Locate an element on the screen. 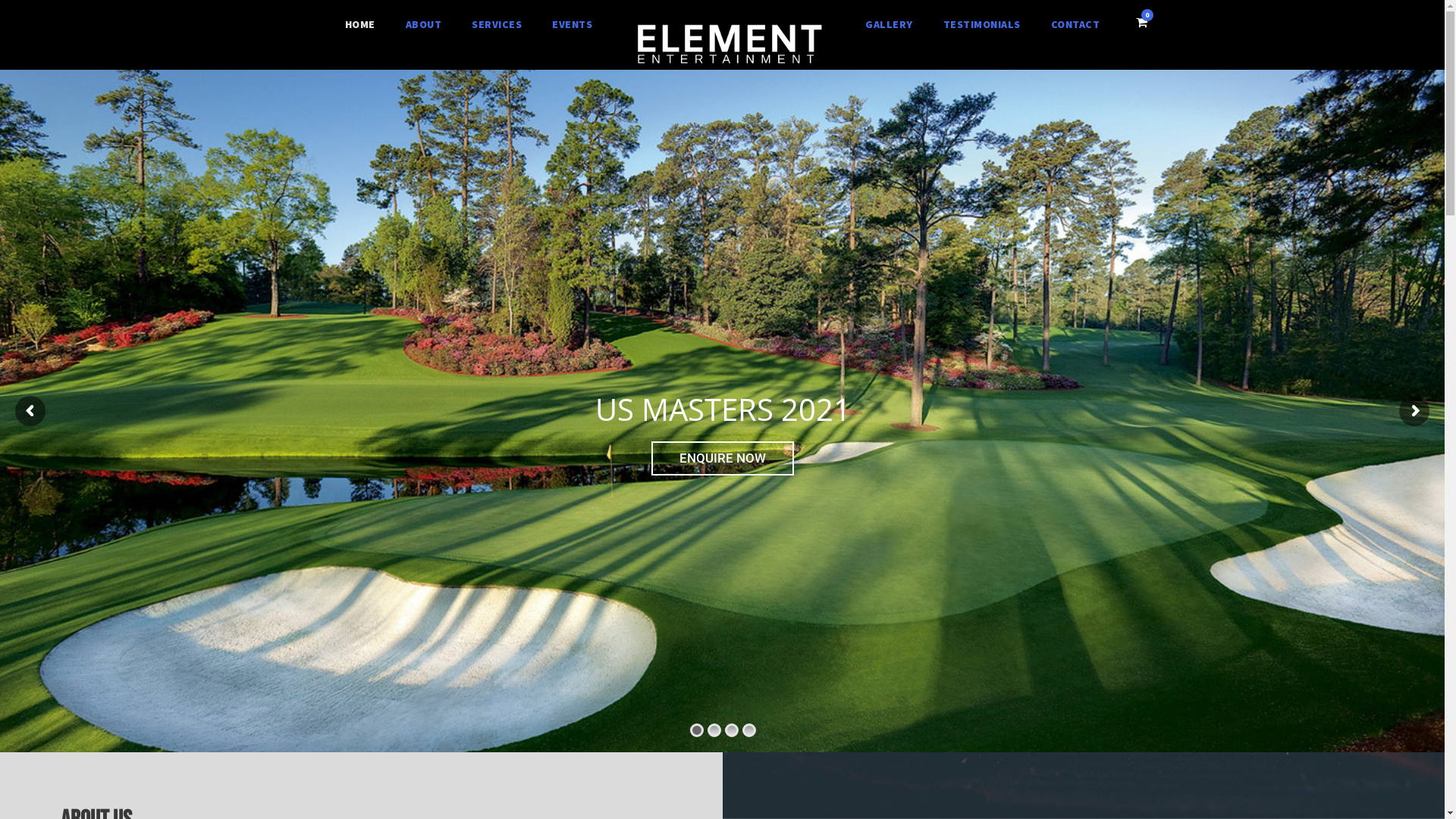  'GALLERY' is located at coordinates (889, 25).